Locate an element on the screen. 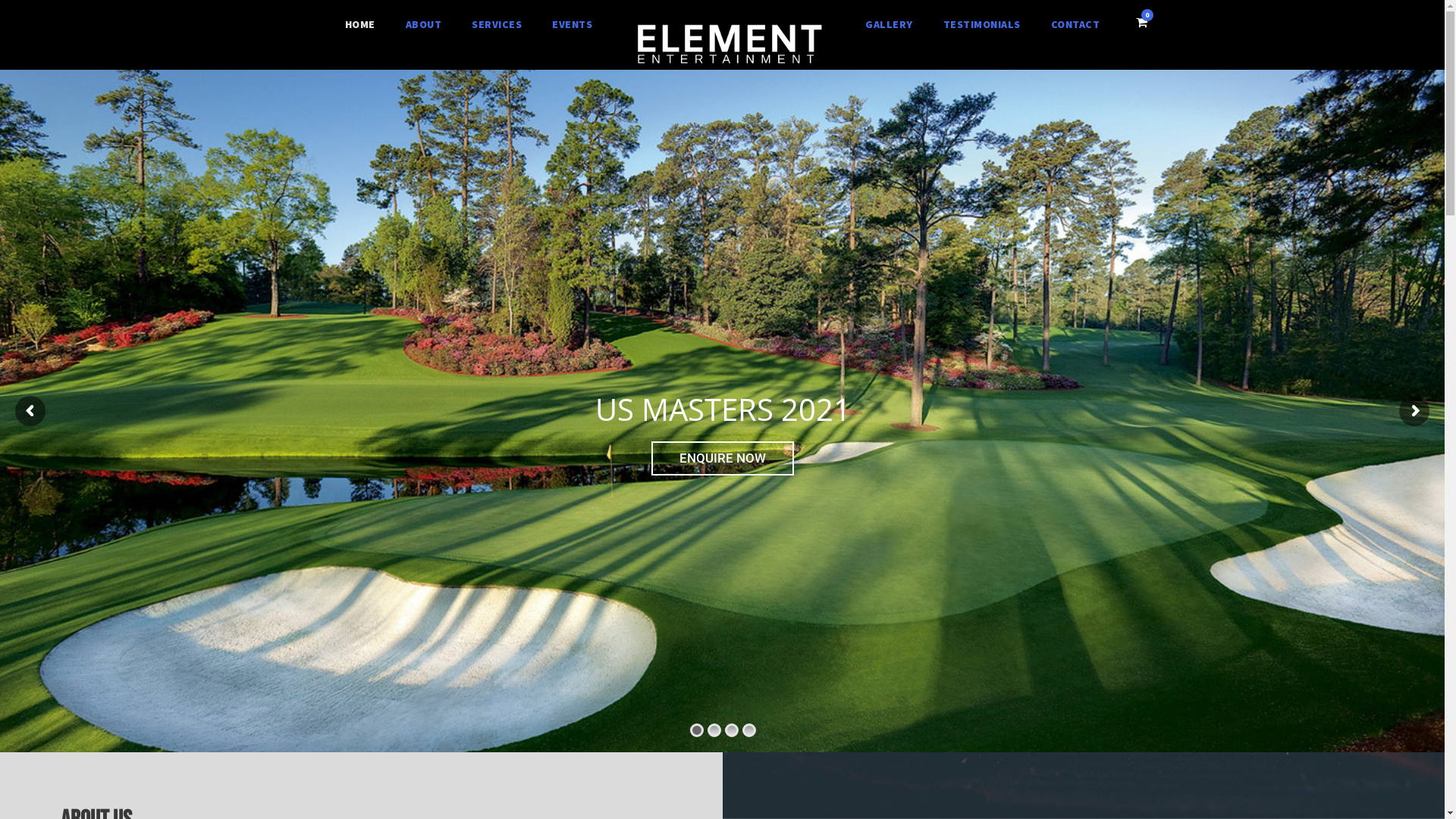  'GALLERY' is located at coordinates (889, 25).